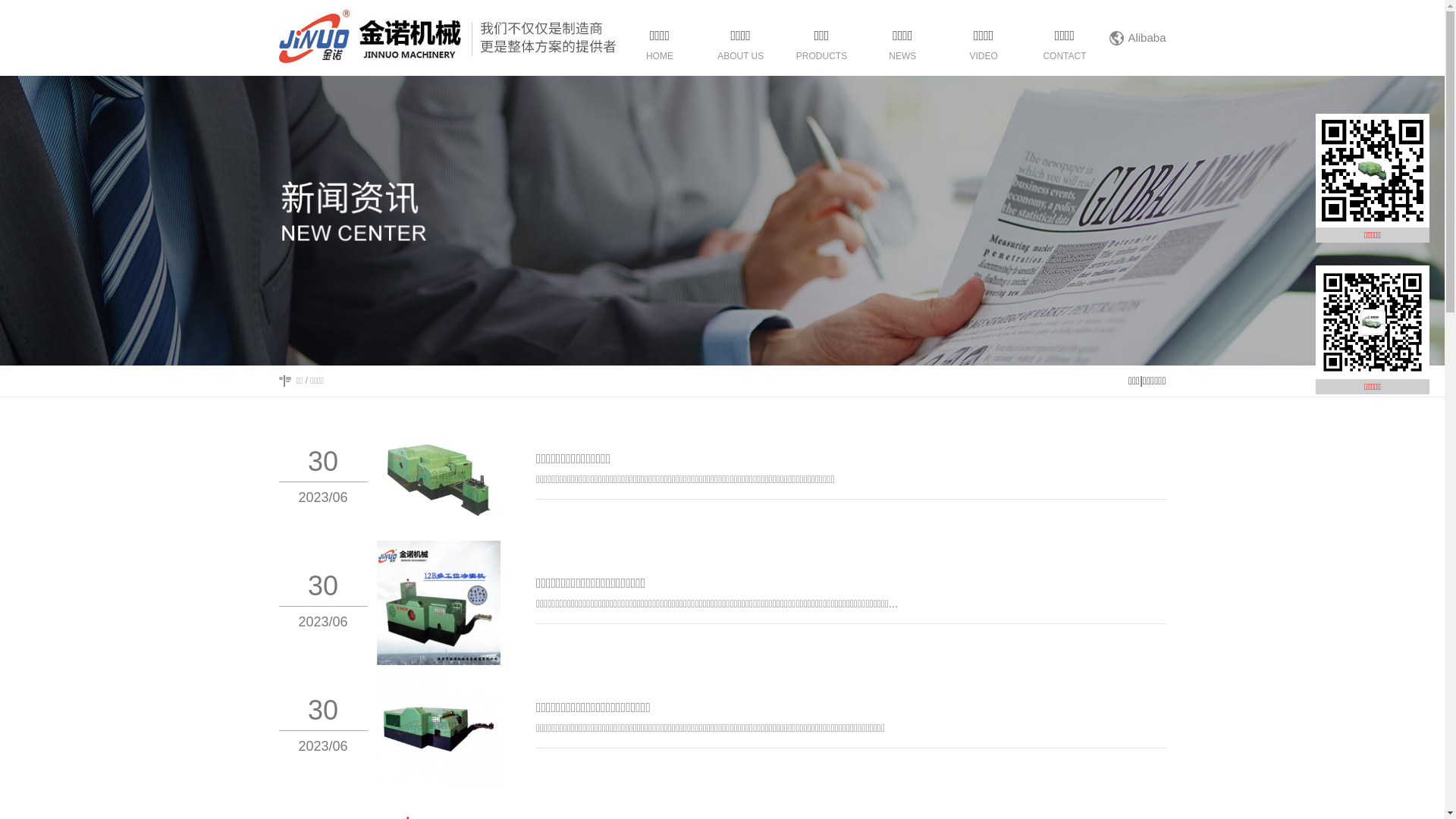  I want to click on 'Alibaba', so click(1147, 36).